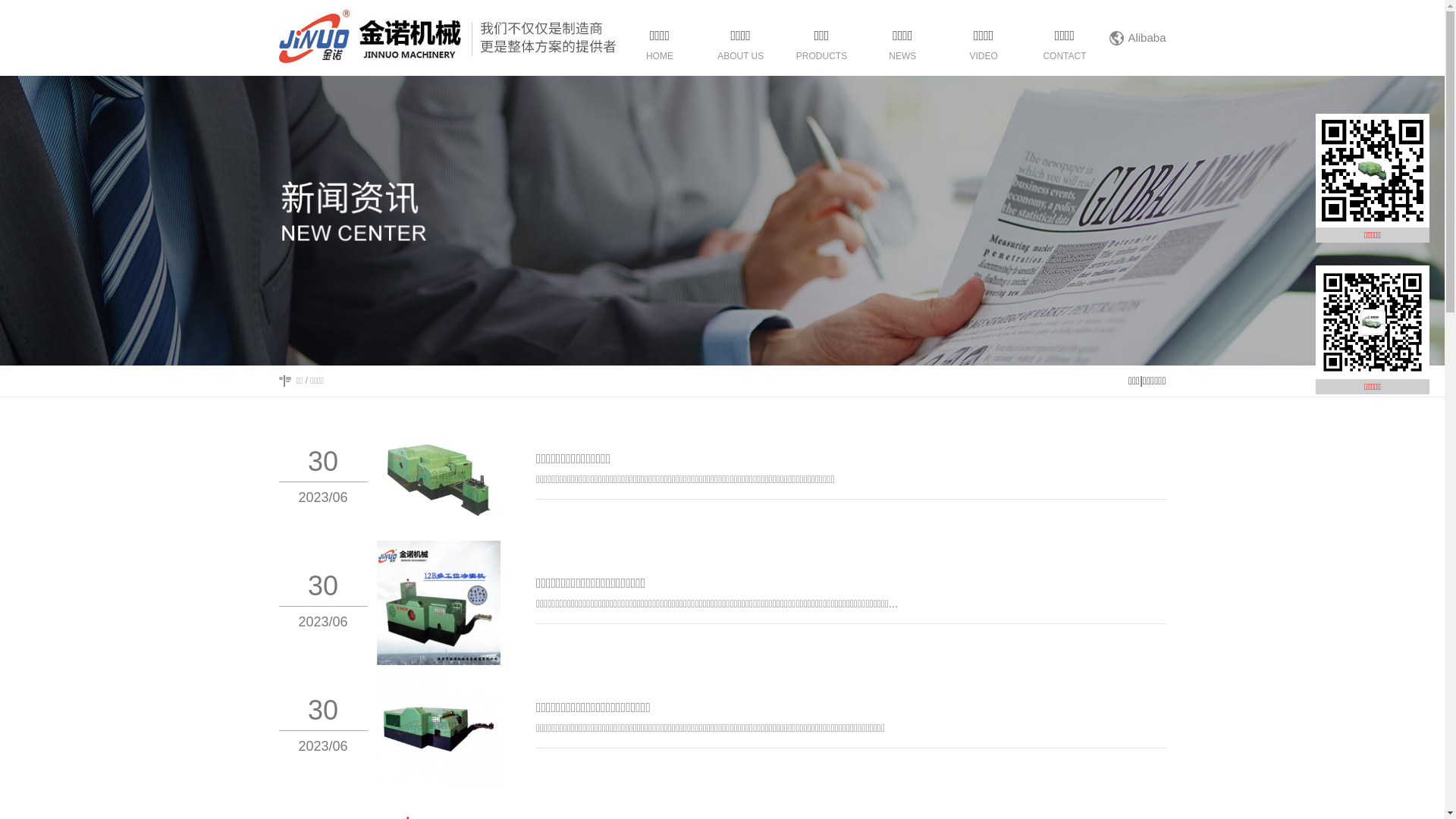  I want to click on 'Alibaba', so click(1147, 36).